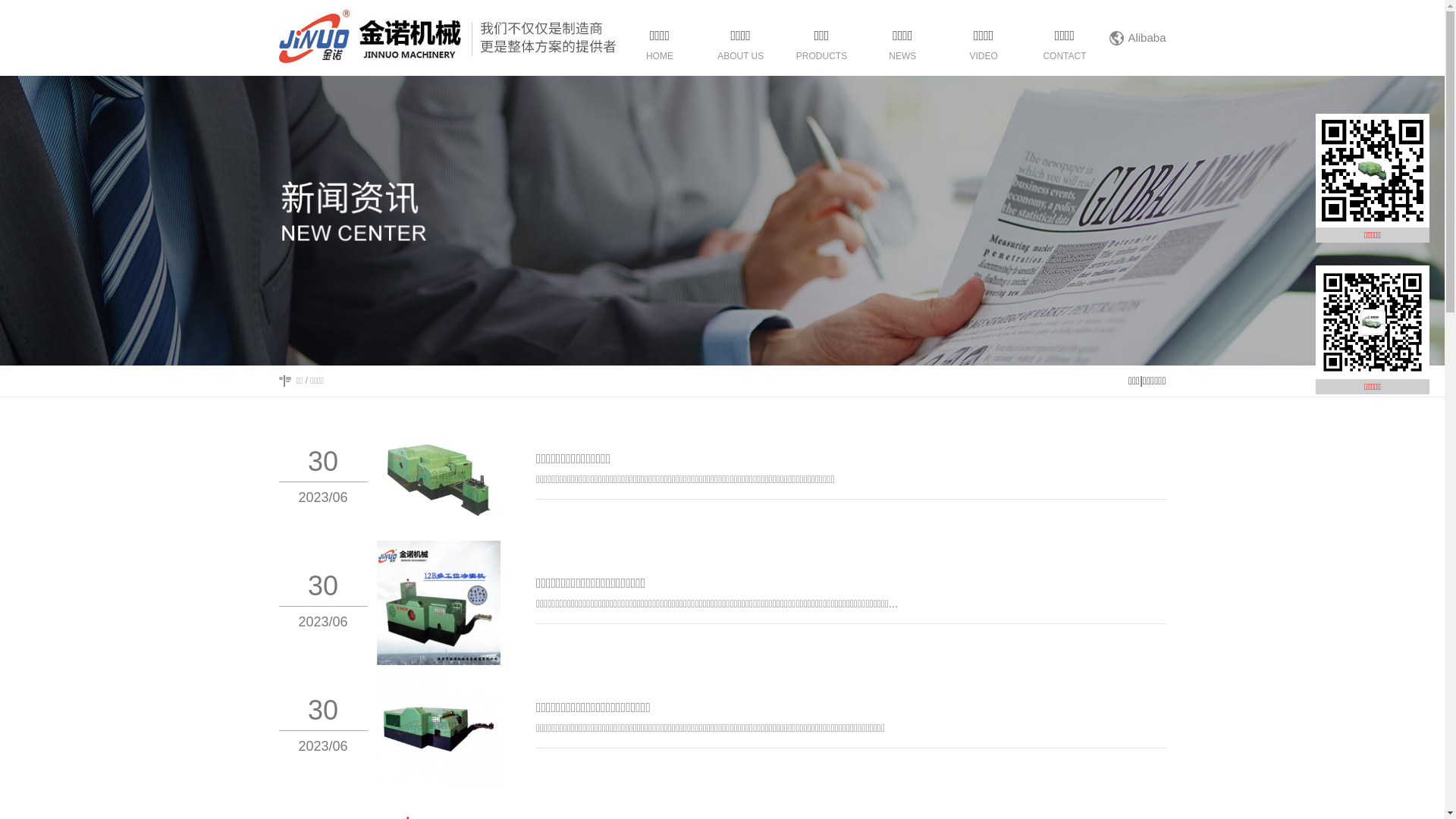  I want to click on 'Alibaba', so click(1147, 36).